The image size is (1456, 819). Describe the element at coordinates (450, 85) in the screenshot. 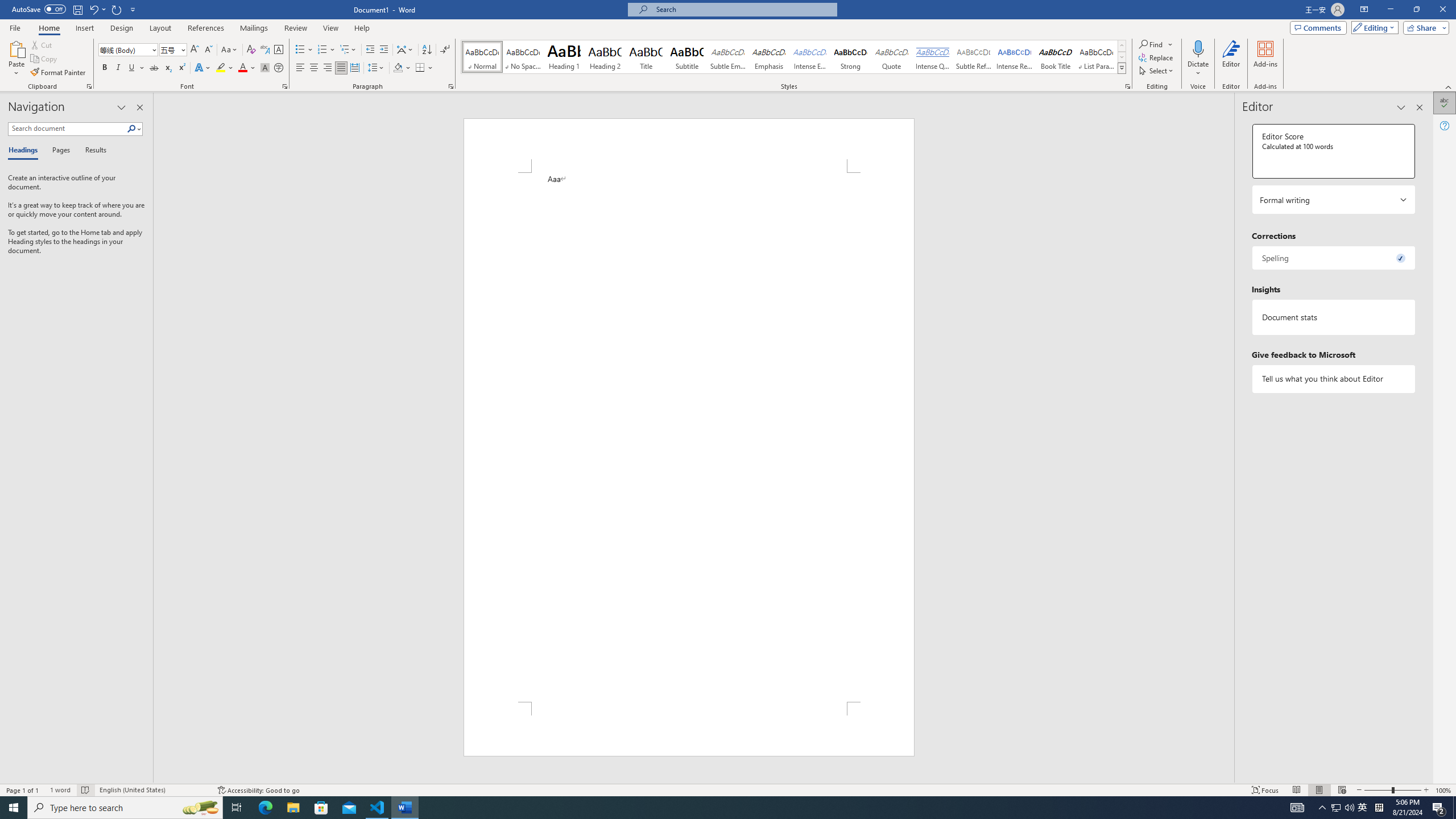

I see `'Paragraph...'` at that location.